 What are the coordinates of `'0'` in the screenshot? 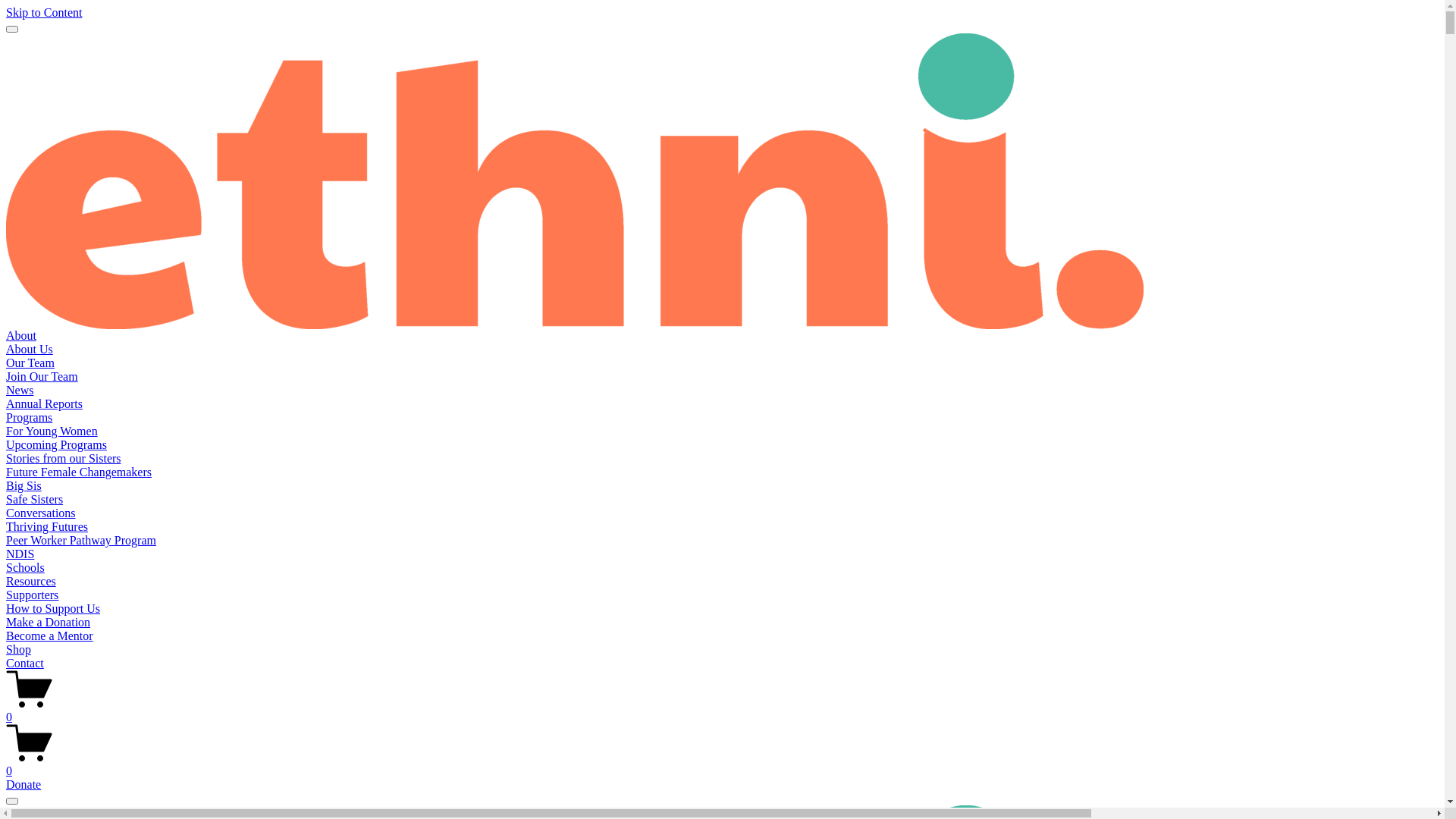 It's located at (6, 764).